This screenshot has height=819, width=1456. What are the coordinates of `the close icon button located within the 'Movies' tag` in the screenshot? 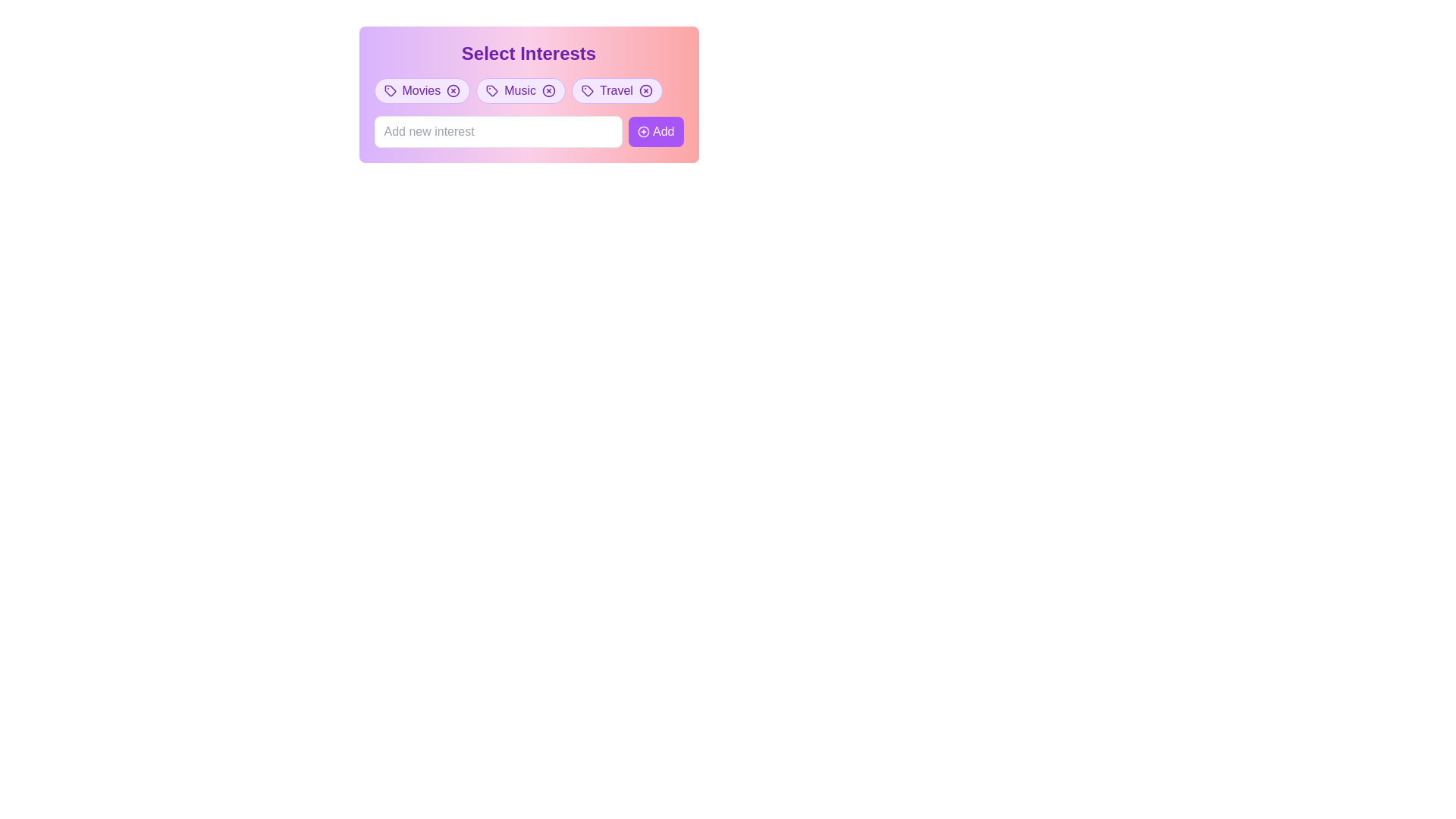 It's located at (453, 90).